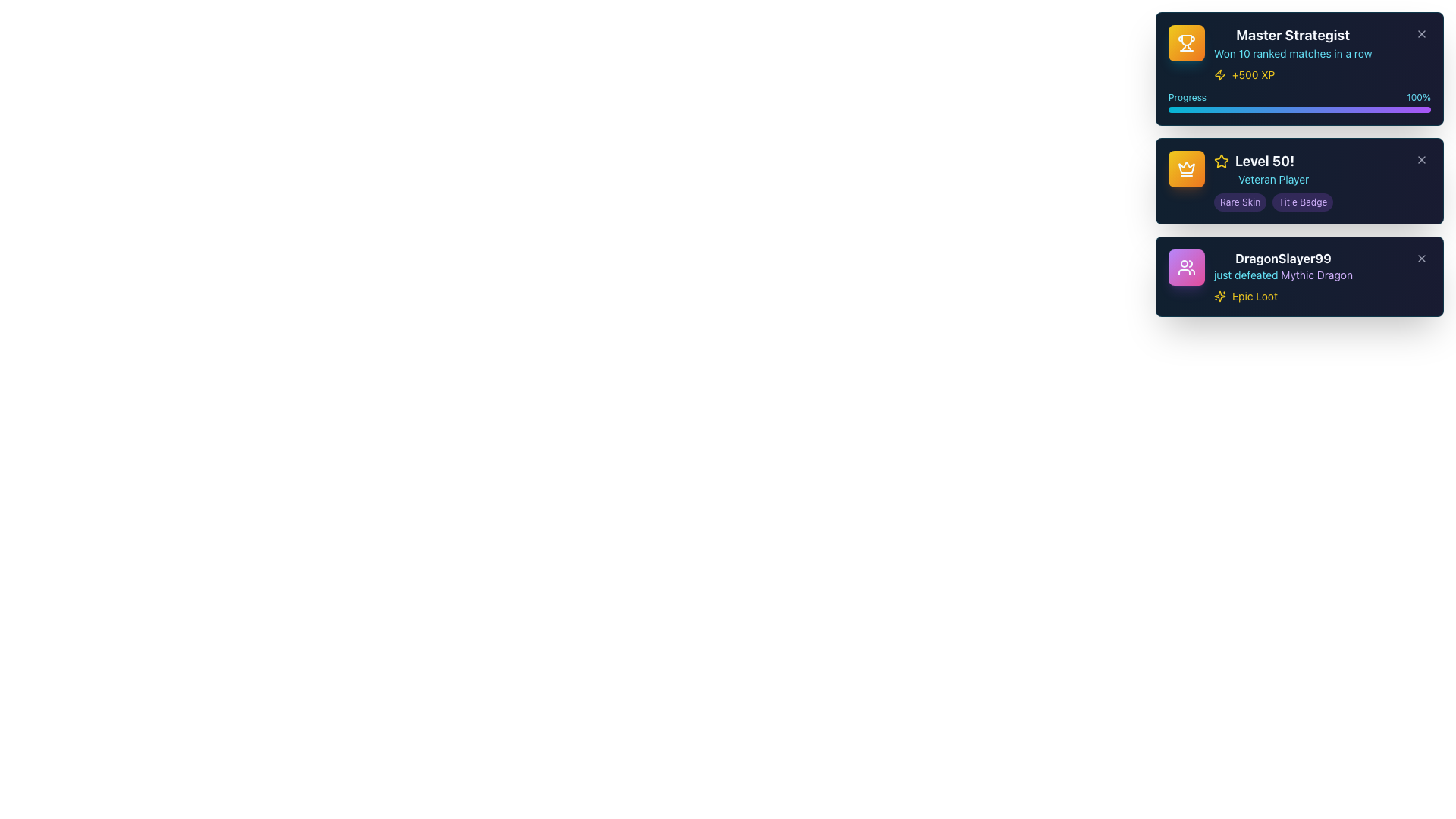  Describe the element at coordinates (1421, 257) in the screenshot. I see `the close button located at the top-right corner of the notification box that mentions 'DragonSlayer99 just defeated Mythic Dragon'` at that location.